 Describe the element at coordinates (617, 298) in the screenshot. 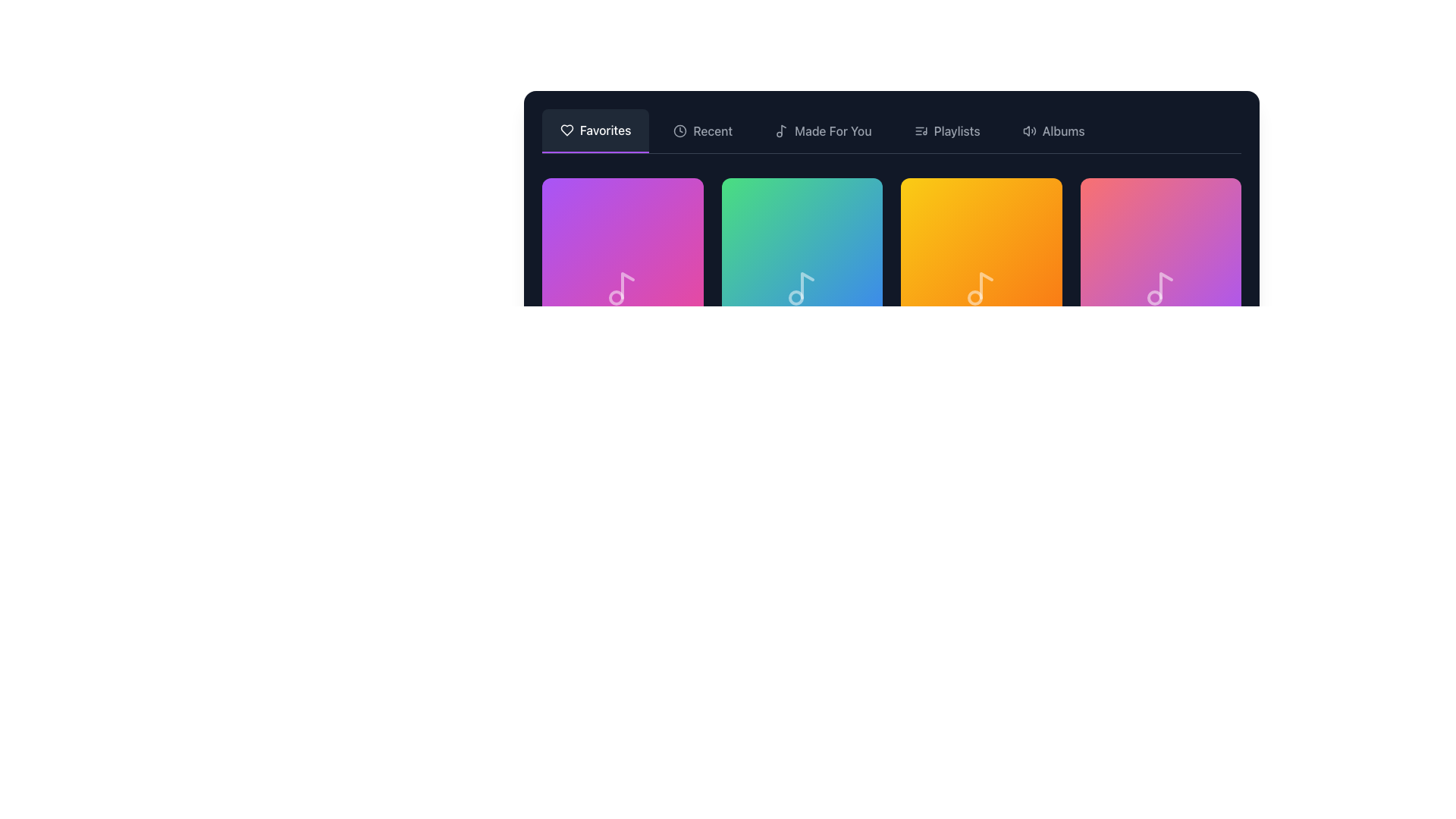

I see `the decorative graphical element (circle) located at the bottom left of the first album tile in the row of album previews, which is part of the music icon` at that location.